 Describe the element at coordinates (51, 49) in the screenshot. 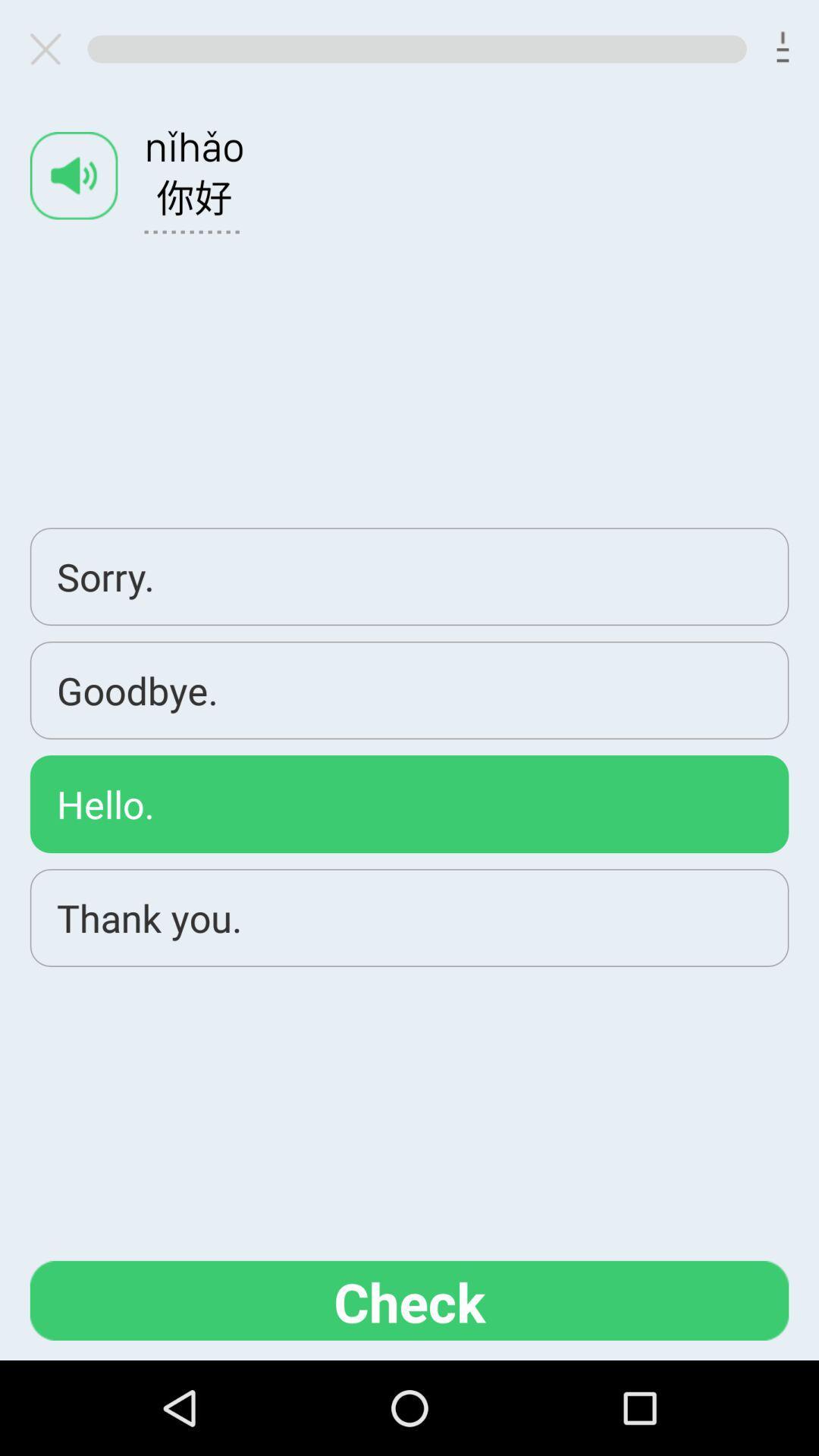

I see `windows` at that location.